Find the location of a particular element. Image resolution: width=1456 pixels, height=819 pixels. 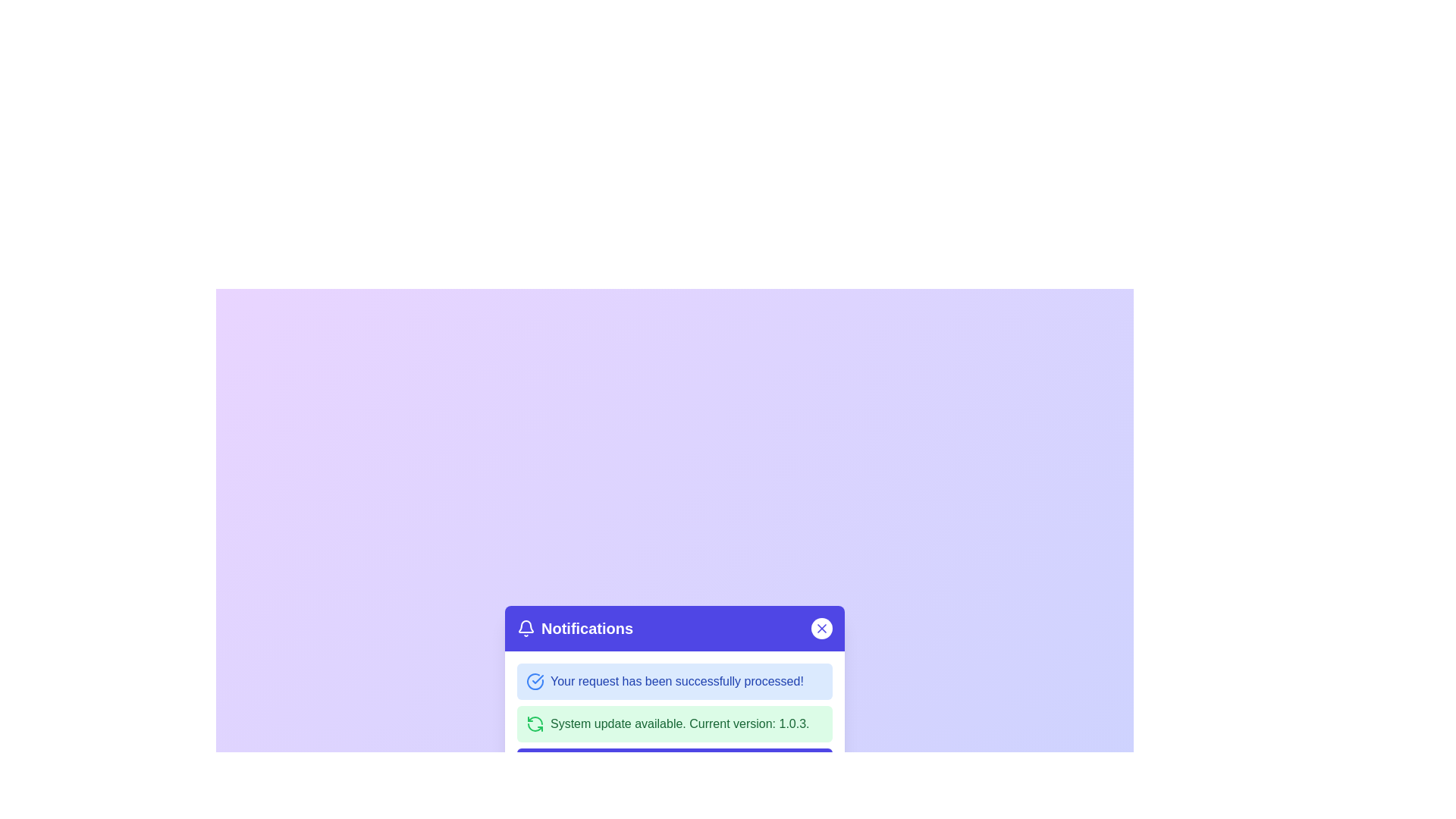

the interactive button located at the bottom of the notification panel is located at coordinates (673, 763).